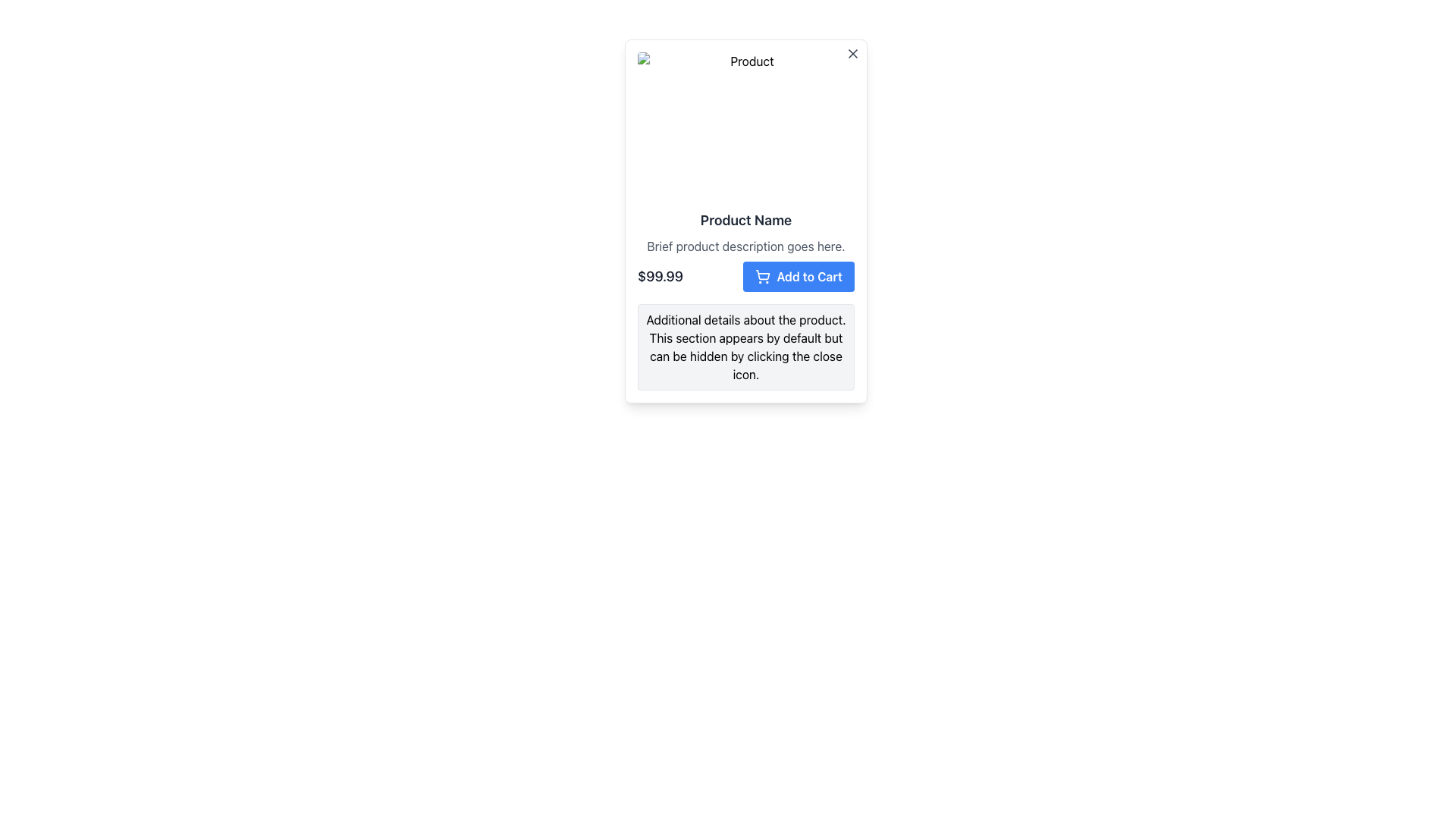  What do you see at coordinates (763, 275) in the screenshot?
I see `the cart icon which is a monochromatic outline positioned inside the 'Add to Cart' button` at bounding box center [763, 275].